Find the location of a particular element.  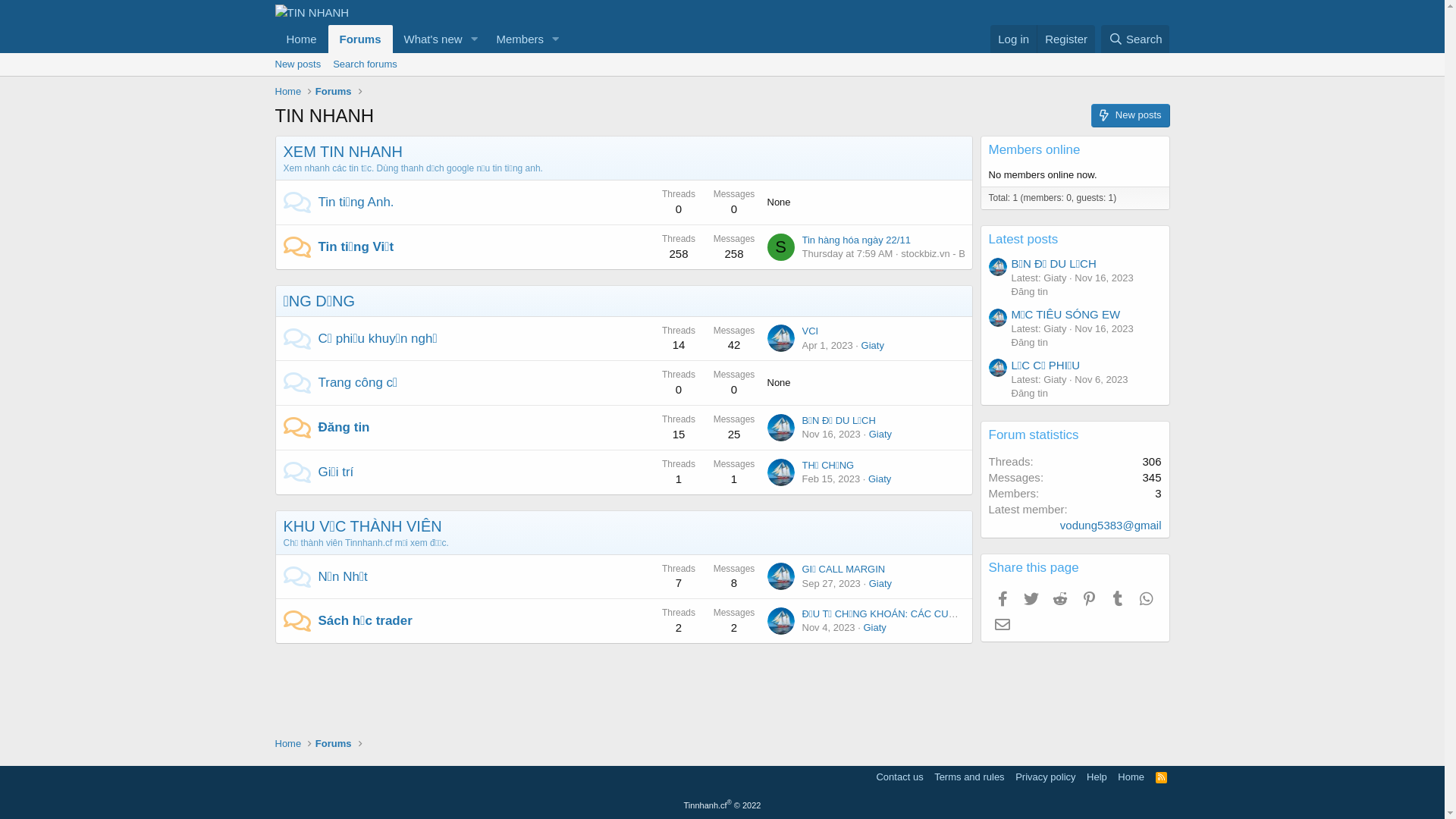

'Latest posts' is located at coordinates (1023, 239).